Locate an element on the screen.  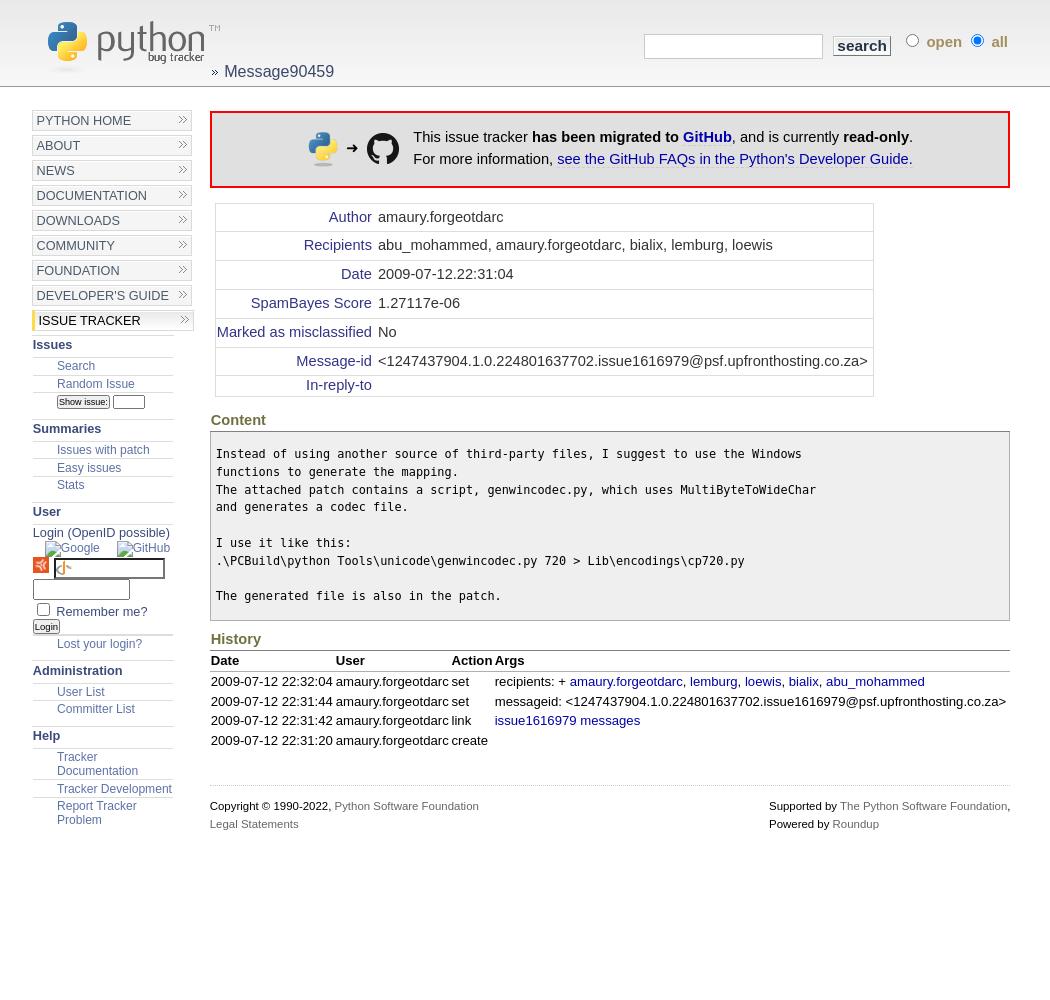
'Tracker Development' is located at coordinates (112, 788).